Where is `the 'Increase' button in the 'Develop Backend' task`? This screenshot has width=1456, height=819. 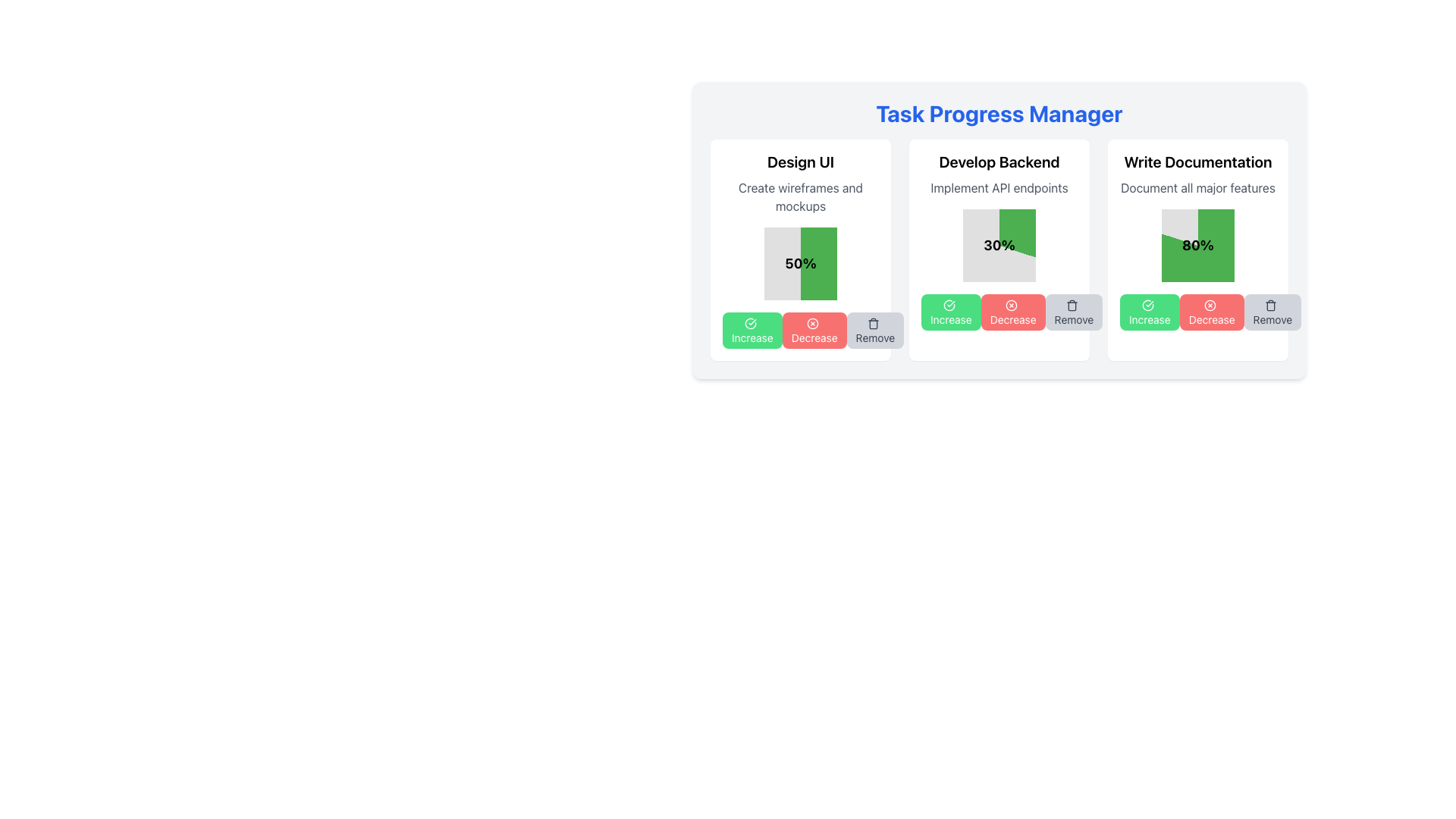
the 'Increase' button in the 'Develop Backend' task is located at coordinates (950, 312).